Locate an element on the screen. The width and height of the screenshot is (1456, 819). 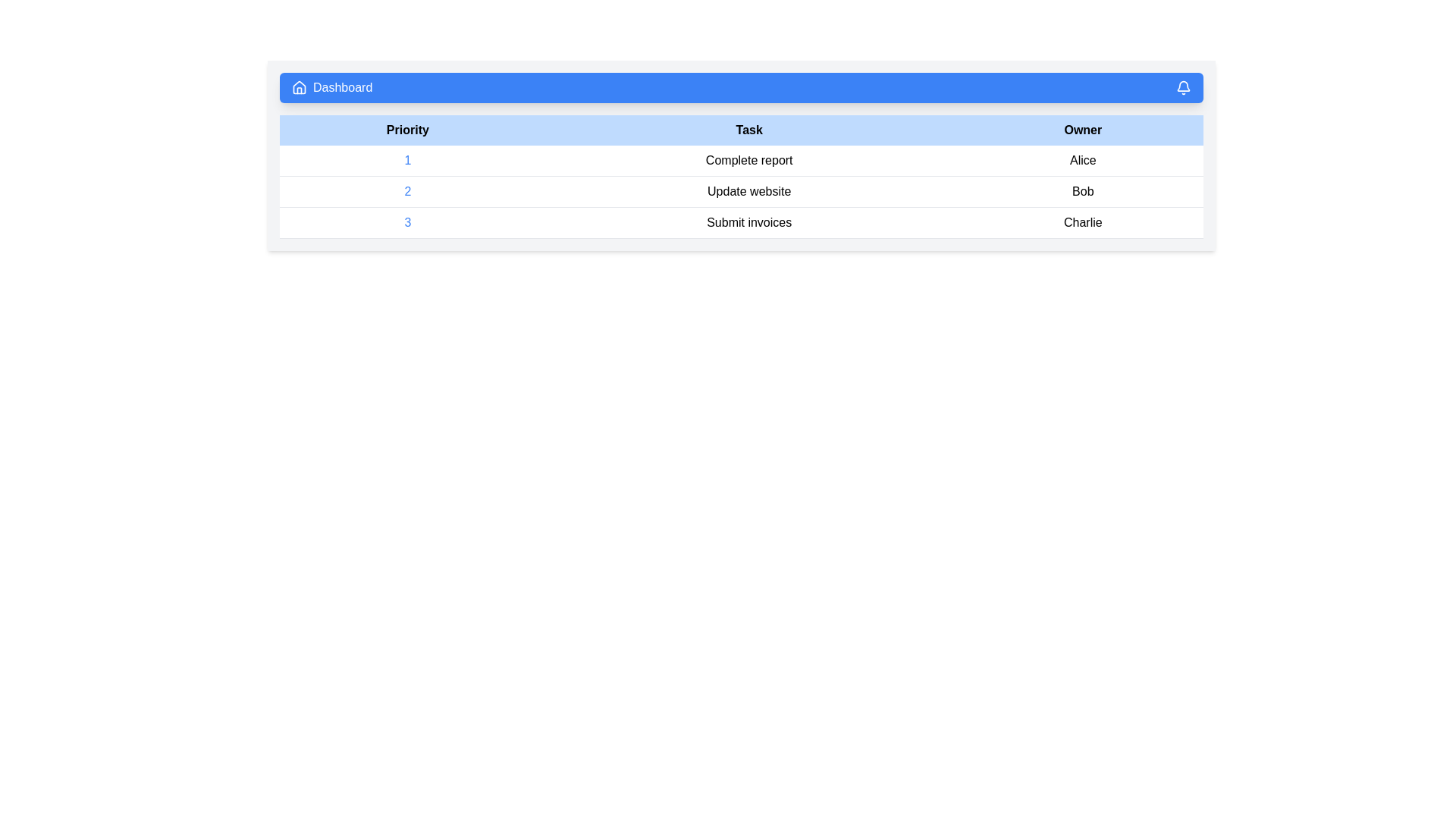
the Text Label in the third row of the table under the 'Owner' column, which is located to the right of the 'Submit invoices' text is located at coordinates (1082, 222).